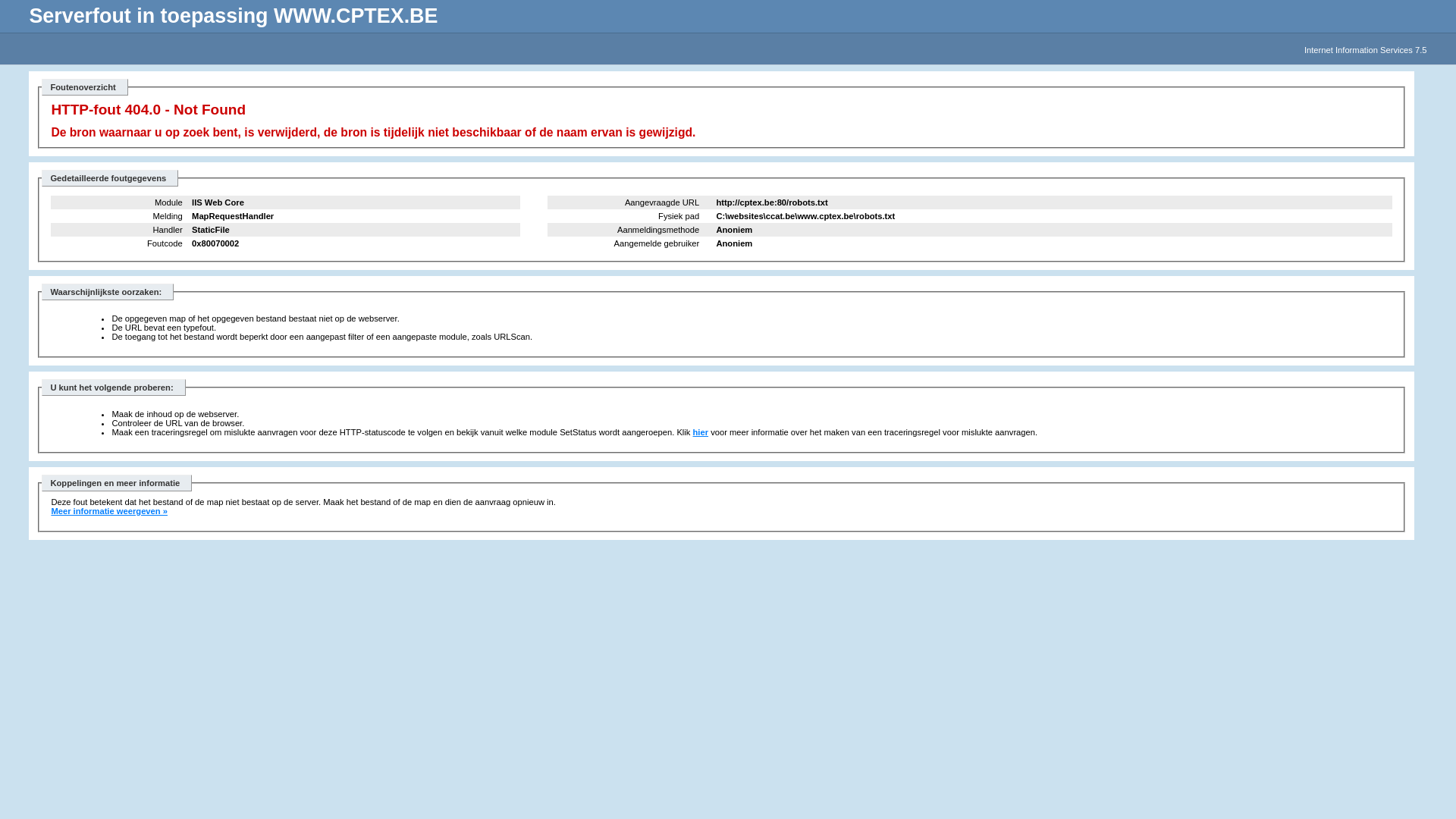  I want to click on 'hier', so click(692, 432).